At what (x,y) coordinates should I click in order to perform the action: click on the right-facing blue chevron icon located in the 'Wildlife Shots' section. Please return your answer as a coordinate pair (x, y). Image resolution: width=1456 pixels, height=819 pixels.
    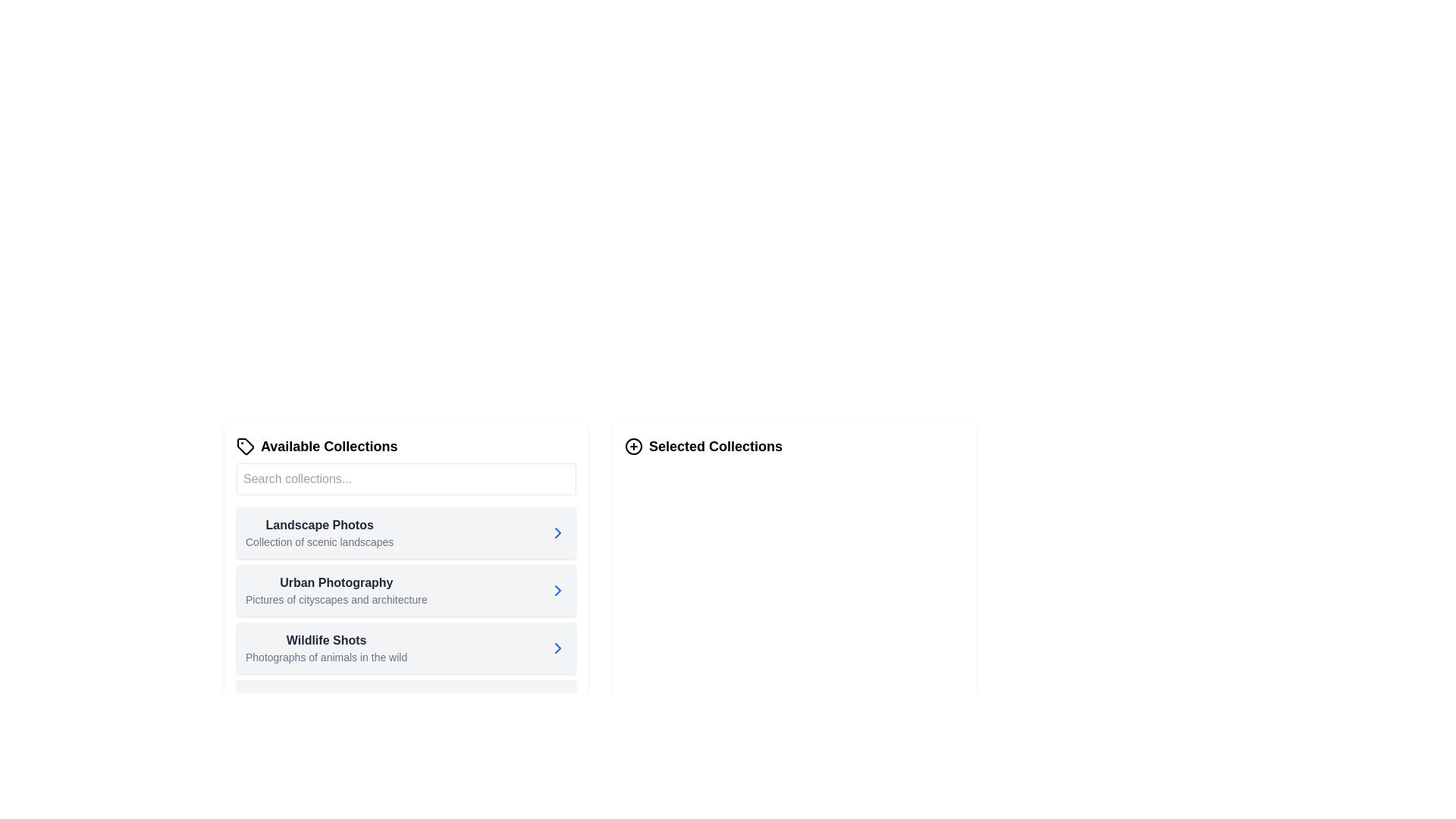
    Looking at the image, I should click on (557, 648).